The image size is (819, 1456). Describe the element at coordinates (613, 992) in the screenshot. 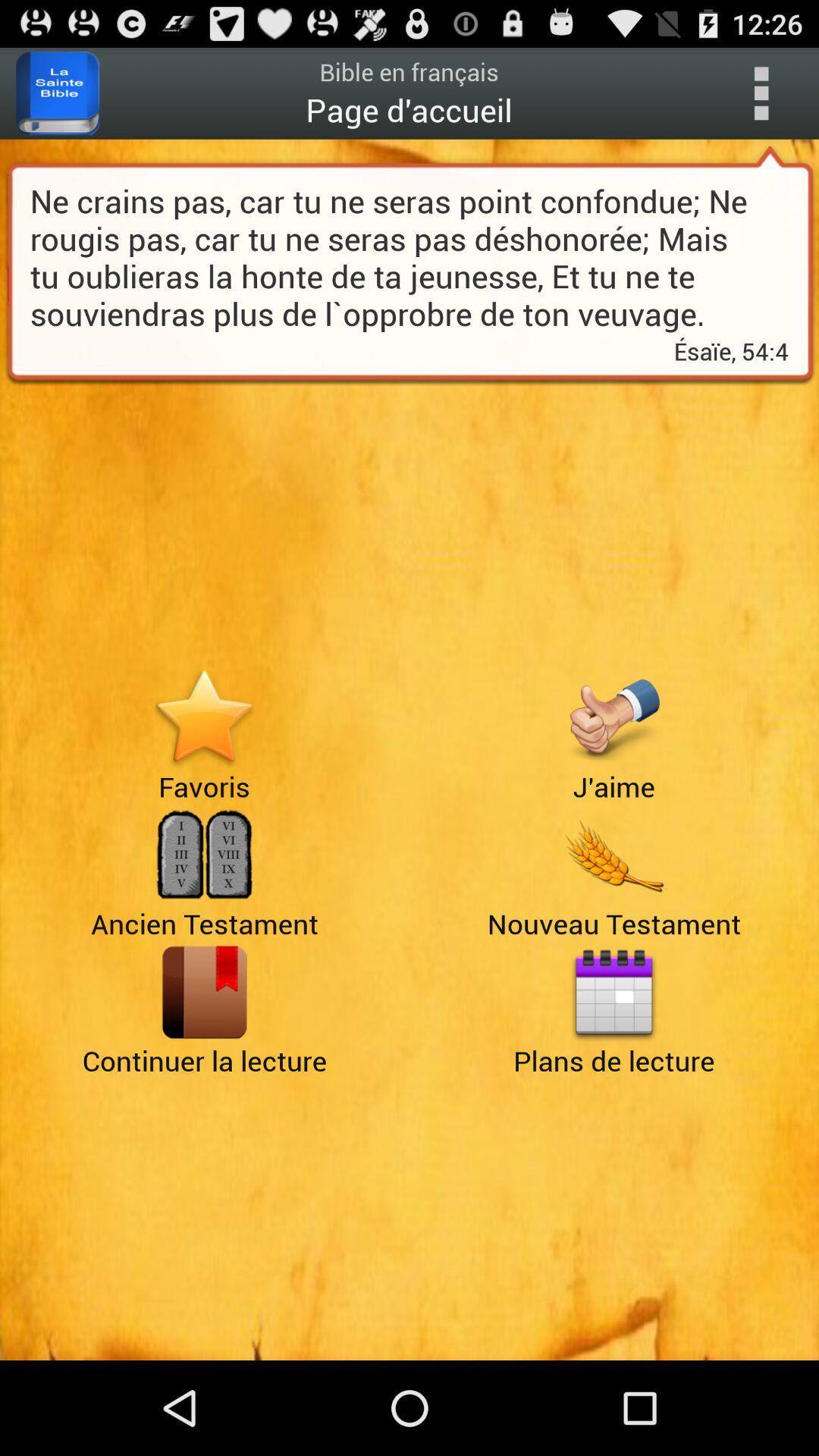

I see `to calendar` at that location.